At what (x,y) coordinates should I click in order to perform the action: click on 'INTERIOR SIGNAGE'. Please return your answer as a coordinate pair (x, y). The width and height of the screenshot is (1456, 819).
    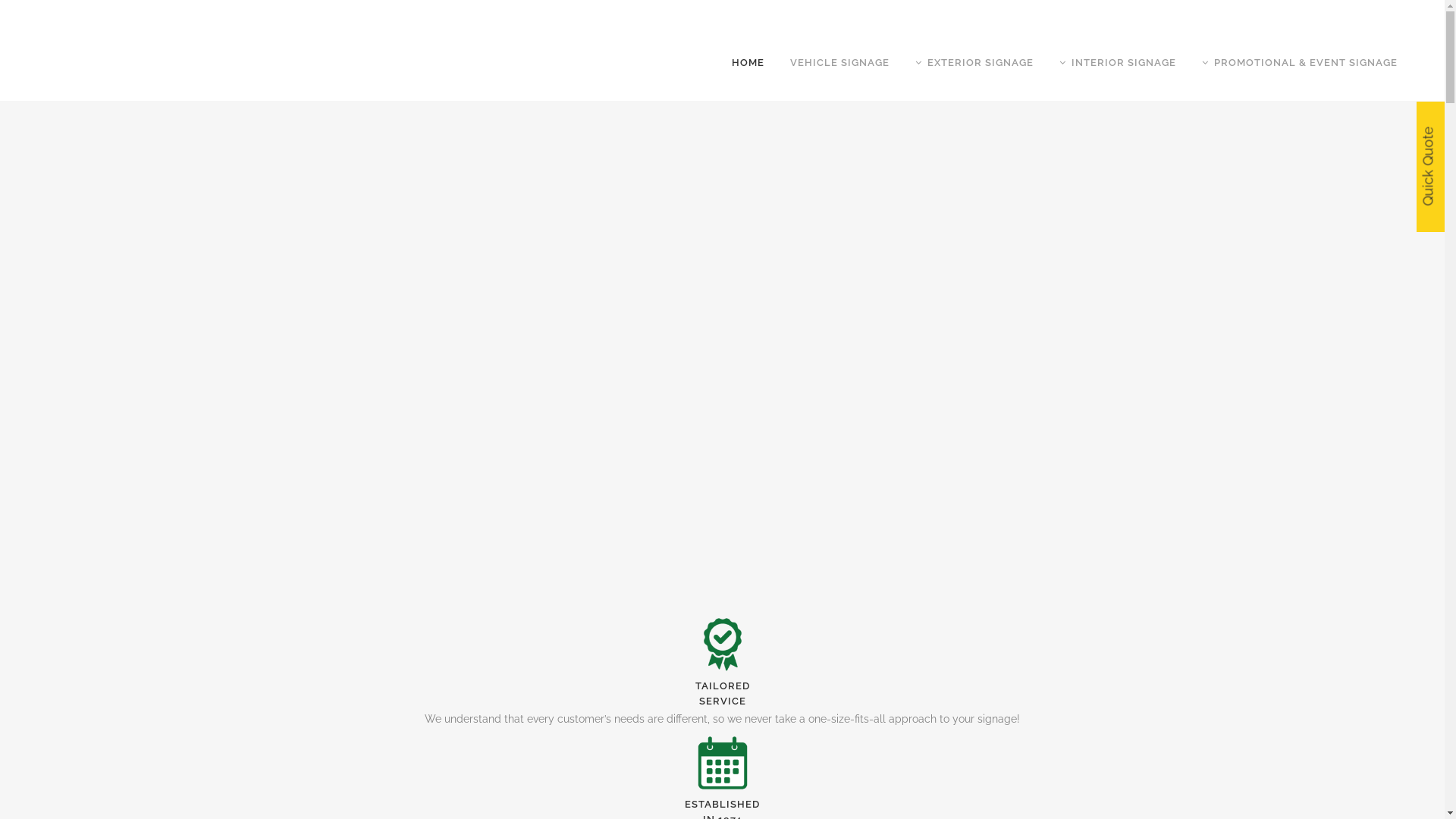
    Looking at the image, I should click on (1117, 62).